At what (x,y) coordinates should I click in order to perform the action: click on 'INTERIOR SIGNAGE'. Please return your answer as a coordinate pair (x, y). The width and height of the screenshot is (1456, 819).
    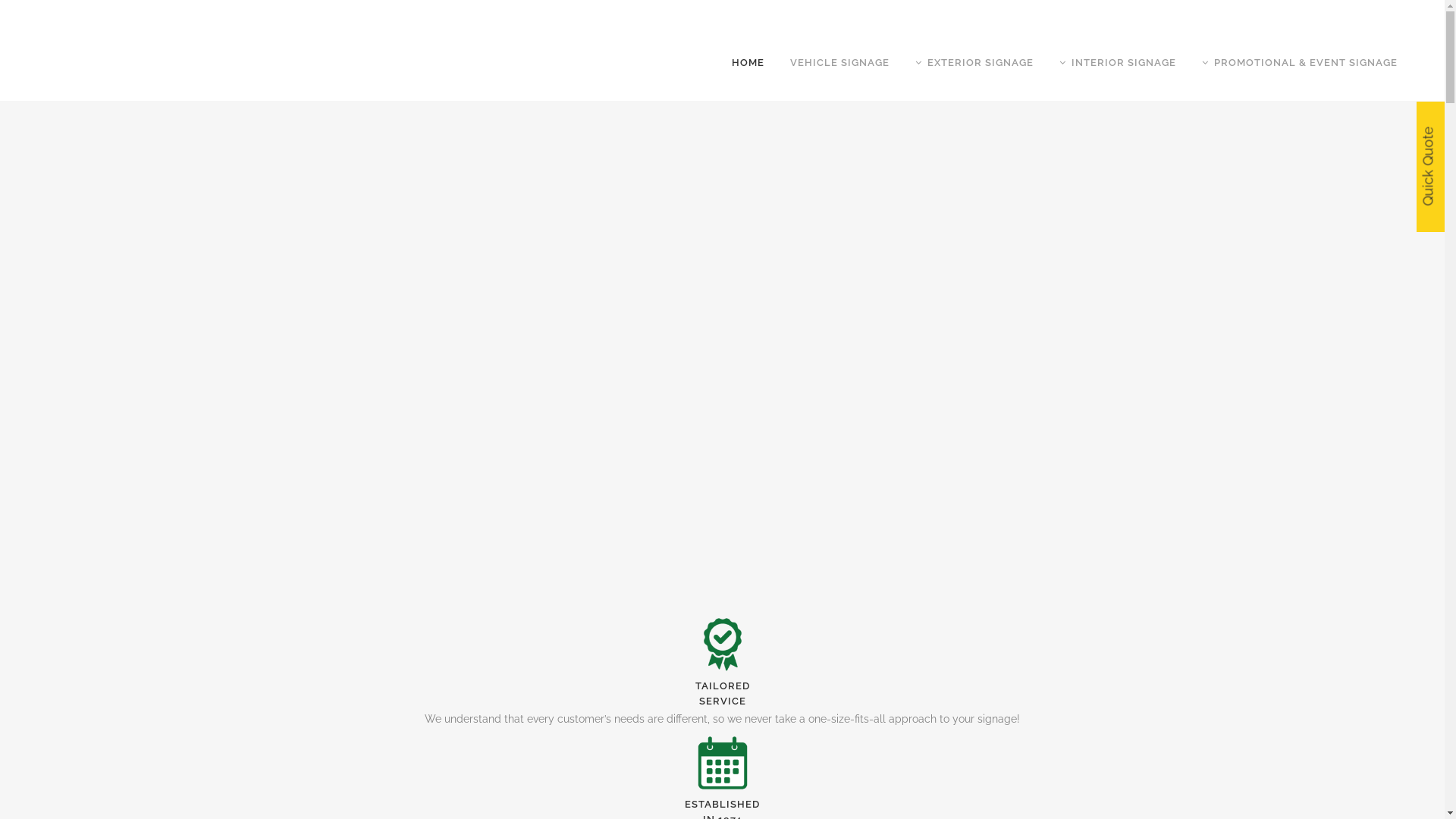
    Looking at the image, I should click on (1117, 62).